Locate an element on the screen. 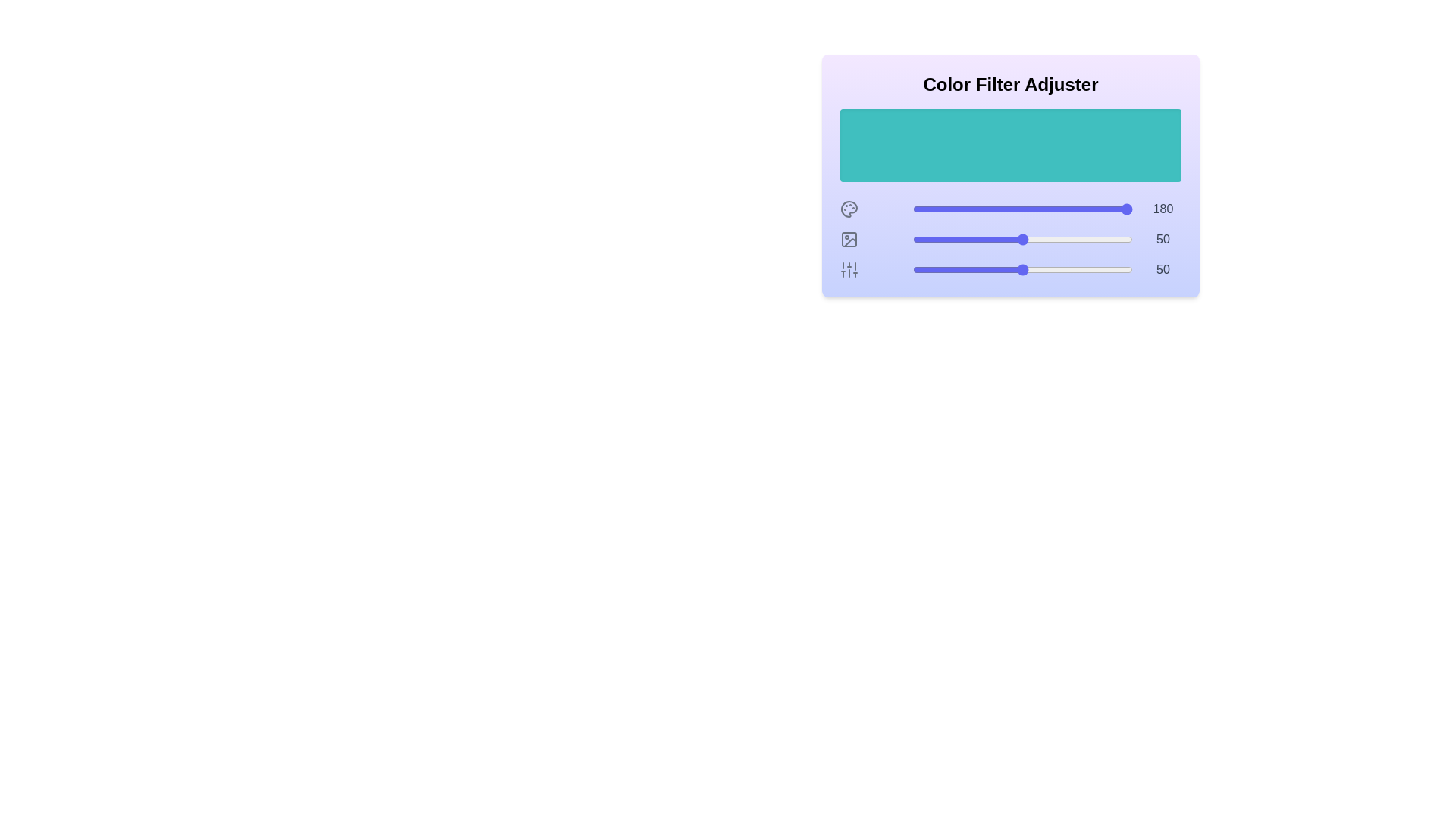 The width and height of the screenshot is (1456, 819). the Hue slider to a value of 59 is located at coordinates (1042, 209).